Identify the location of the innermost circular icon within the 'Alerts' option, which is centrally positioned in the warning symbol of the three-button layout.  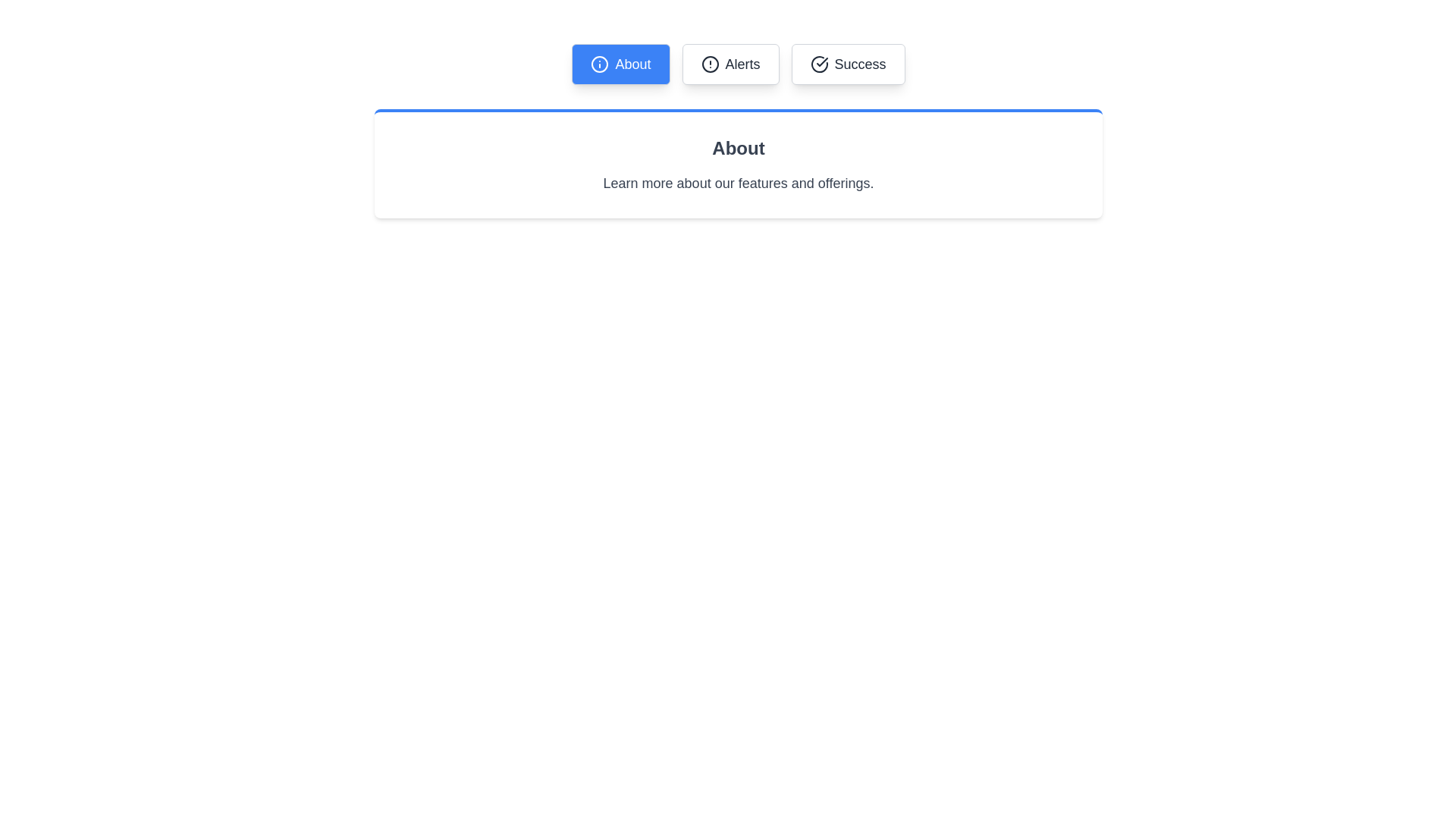
(709, 63).